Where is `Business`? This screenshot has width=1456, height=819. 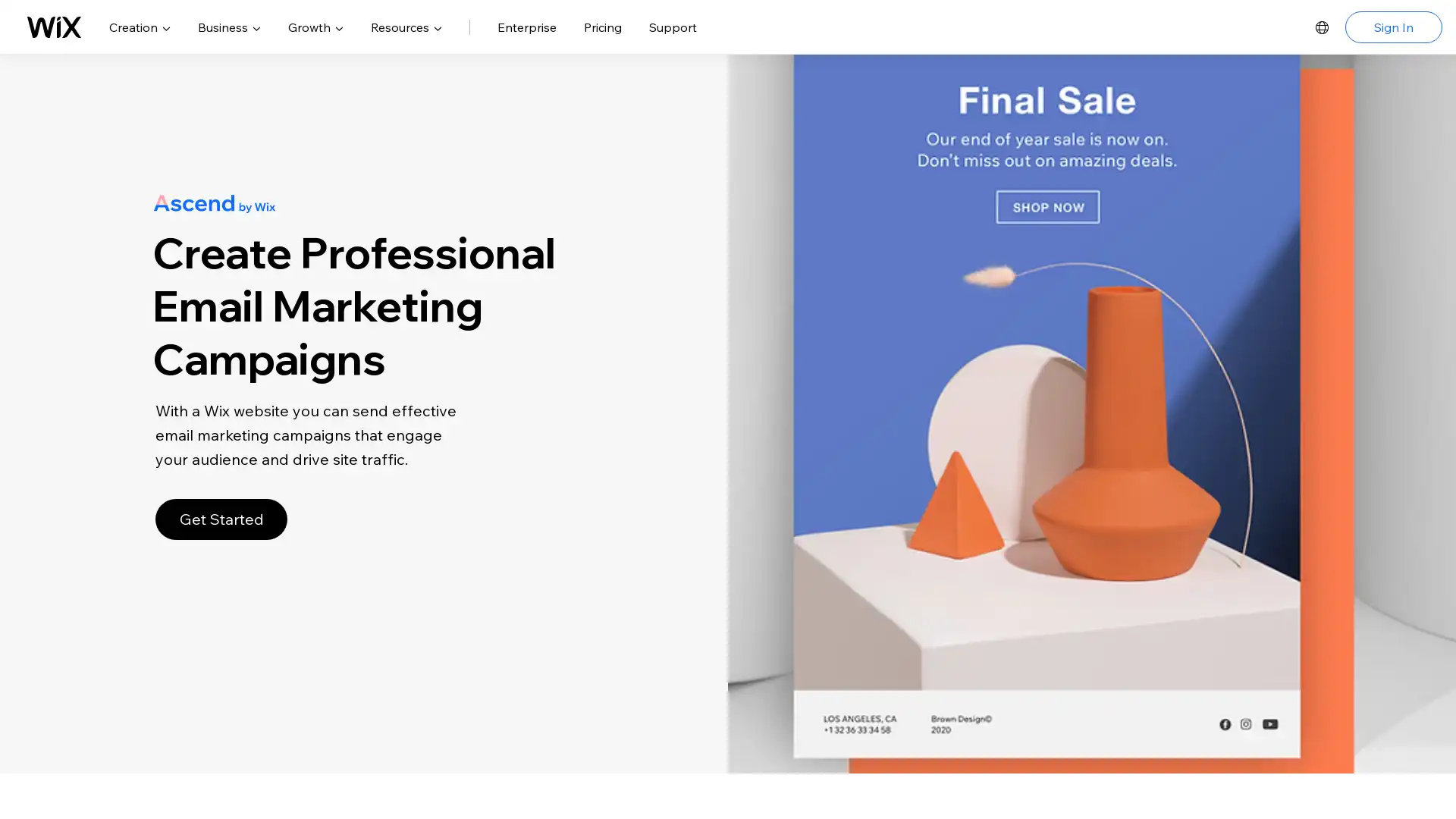 Business is located at coordinates (228, 26).